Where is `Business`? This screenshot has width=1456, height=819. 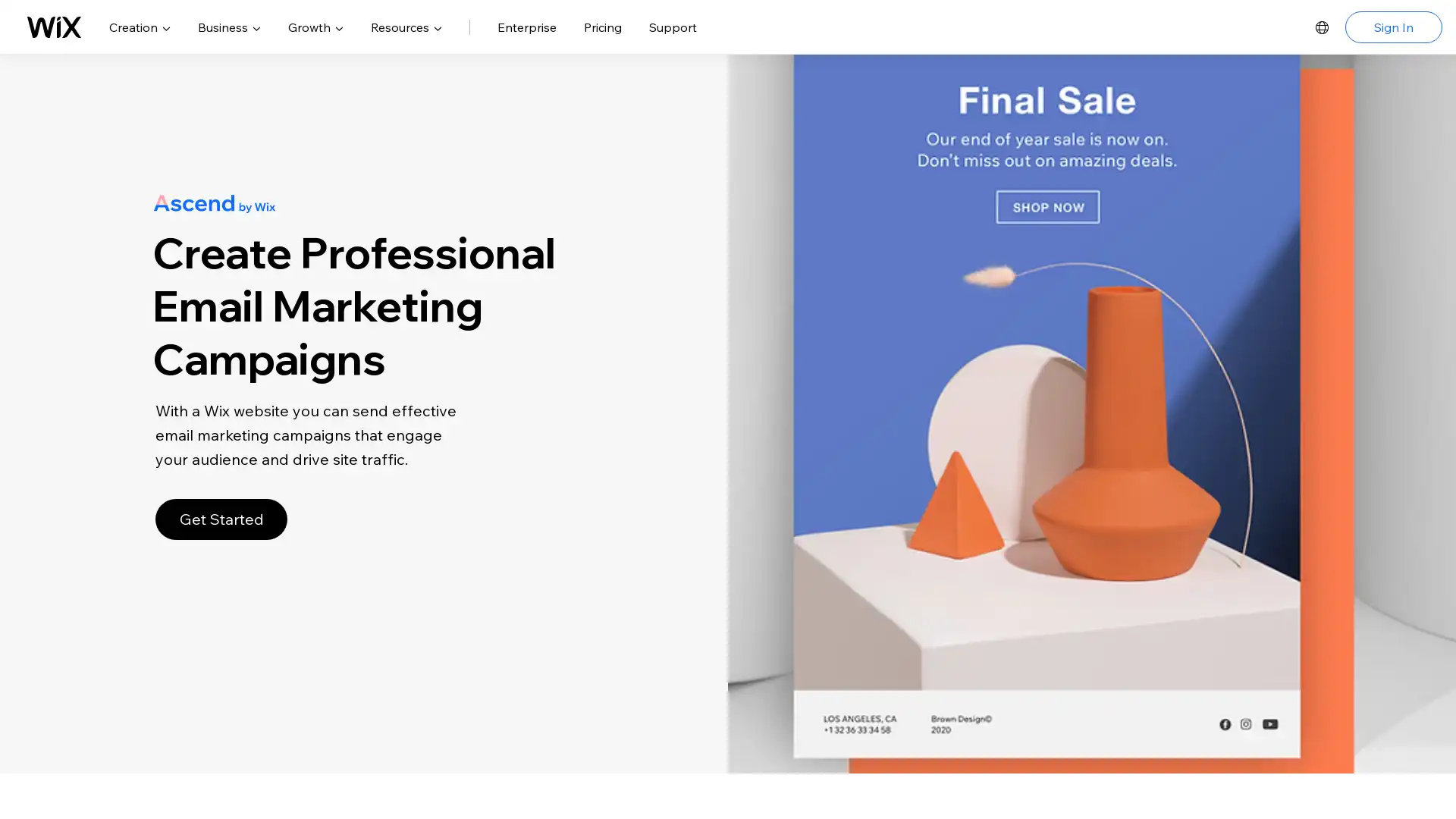 Business is located at coordinates (228, 26).